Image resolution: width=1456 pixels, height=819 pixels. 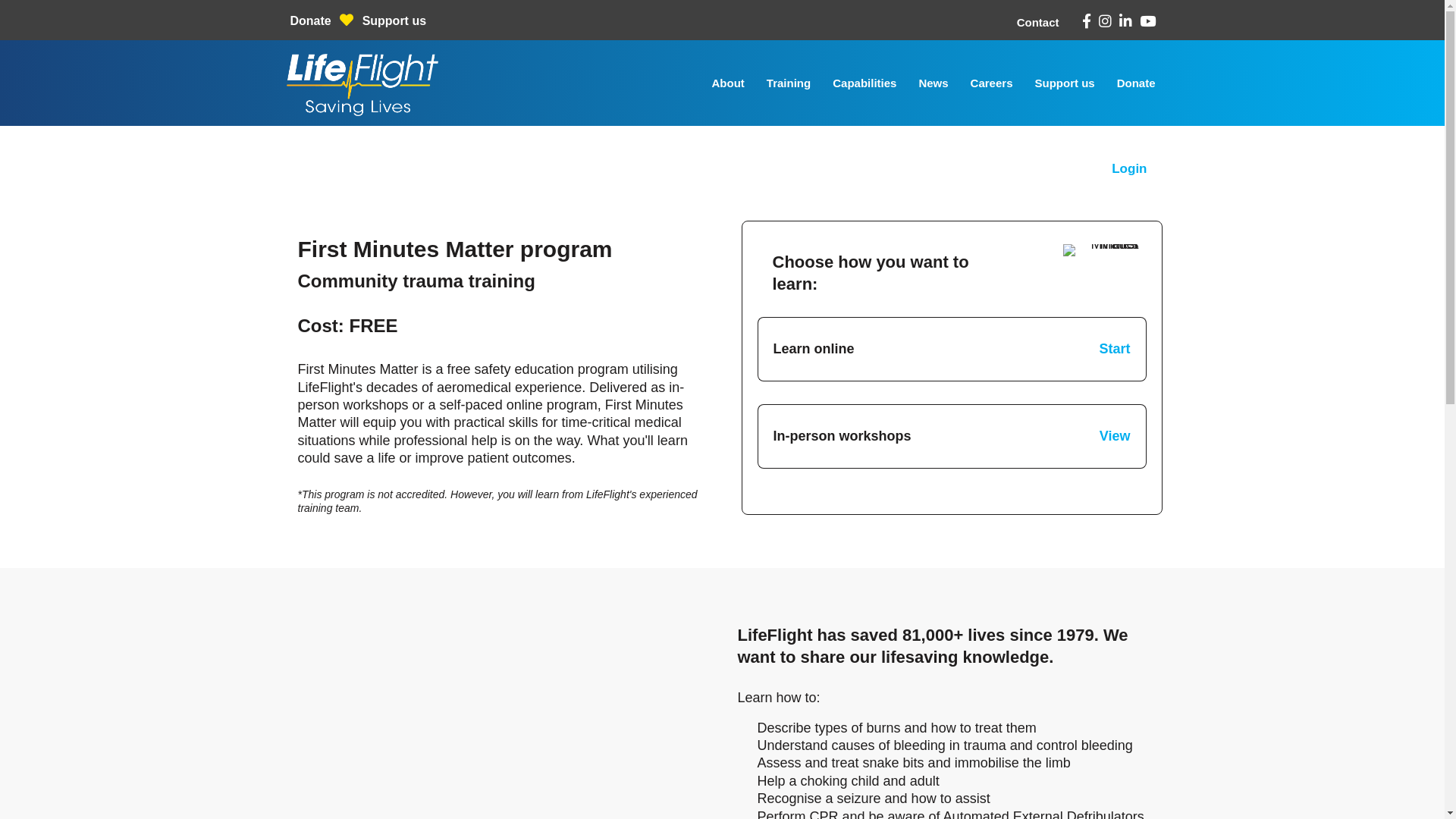 I want to click on 'Start', so click(x=1115, y=348).